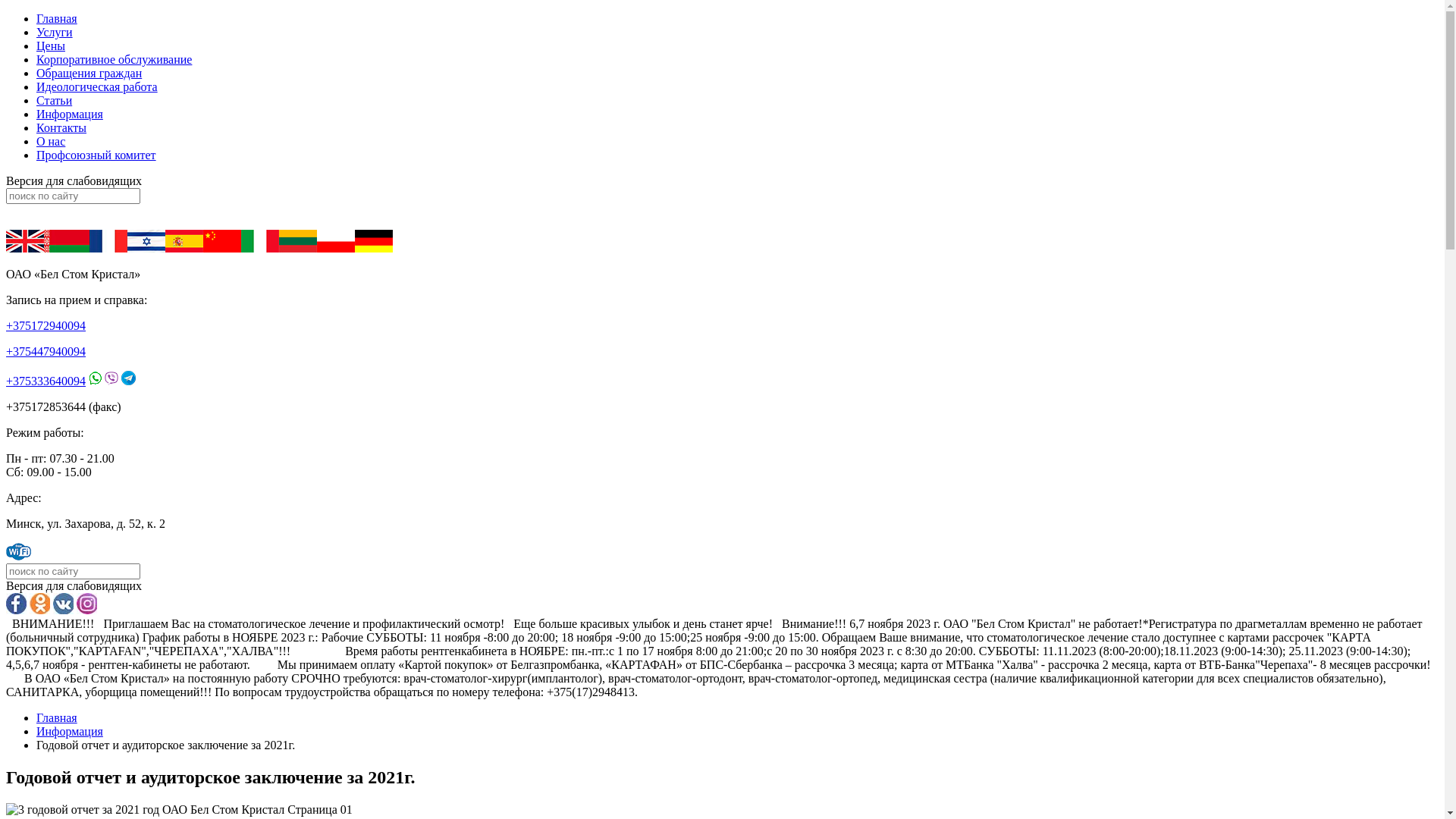 The height and width of the screenshot is (819, 1456). Describe the element at coordinates (45, 325) in the screenshot. I see `'+375172940094'` at that location.